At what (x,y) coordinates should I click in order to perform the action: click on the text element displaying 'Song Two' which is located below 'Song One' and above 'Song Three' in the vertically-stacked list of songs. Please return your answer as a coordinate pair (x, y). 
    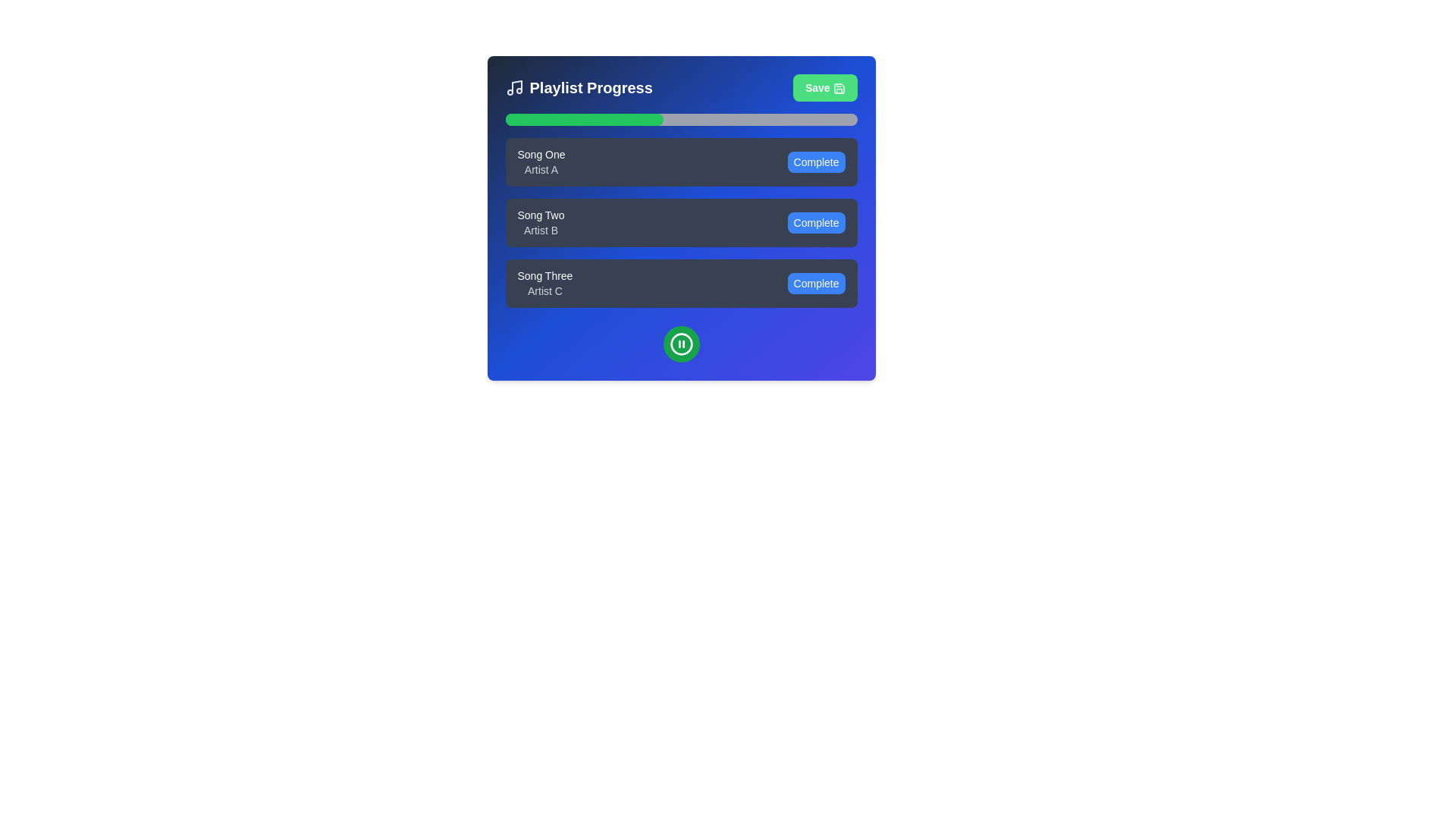
    Looking at the image, I should click on (541, 222).